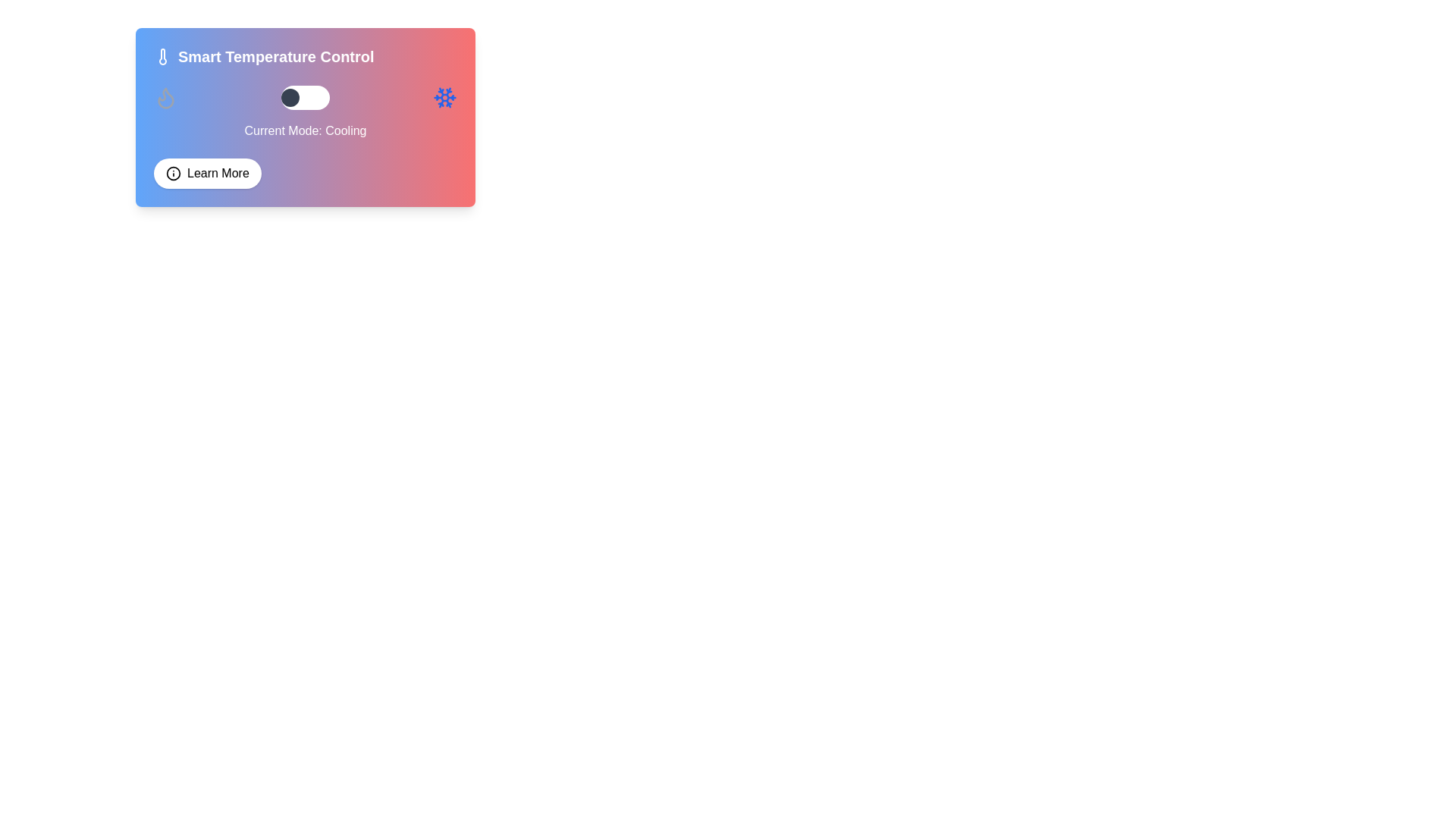 The image size is (1456, 819). What do you see at coordinates (305, 130) in the screenshot?
I see `text label displaying 'Current Mode: Cooling' located below the toggle switch in the 'Smart Temperature Control' panel` at bounding box center [305, 130].